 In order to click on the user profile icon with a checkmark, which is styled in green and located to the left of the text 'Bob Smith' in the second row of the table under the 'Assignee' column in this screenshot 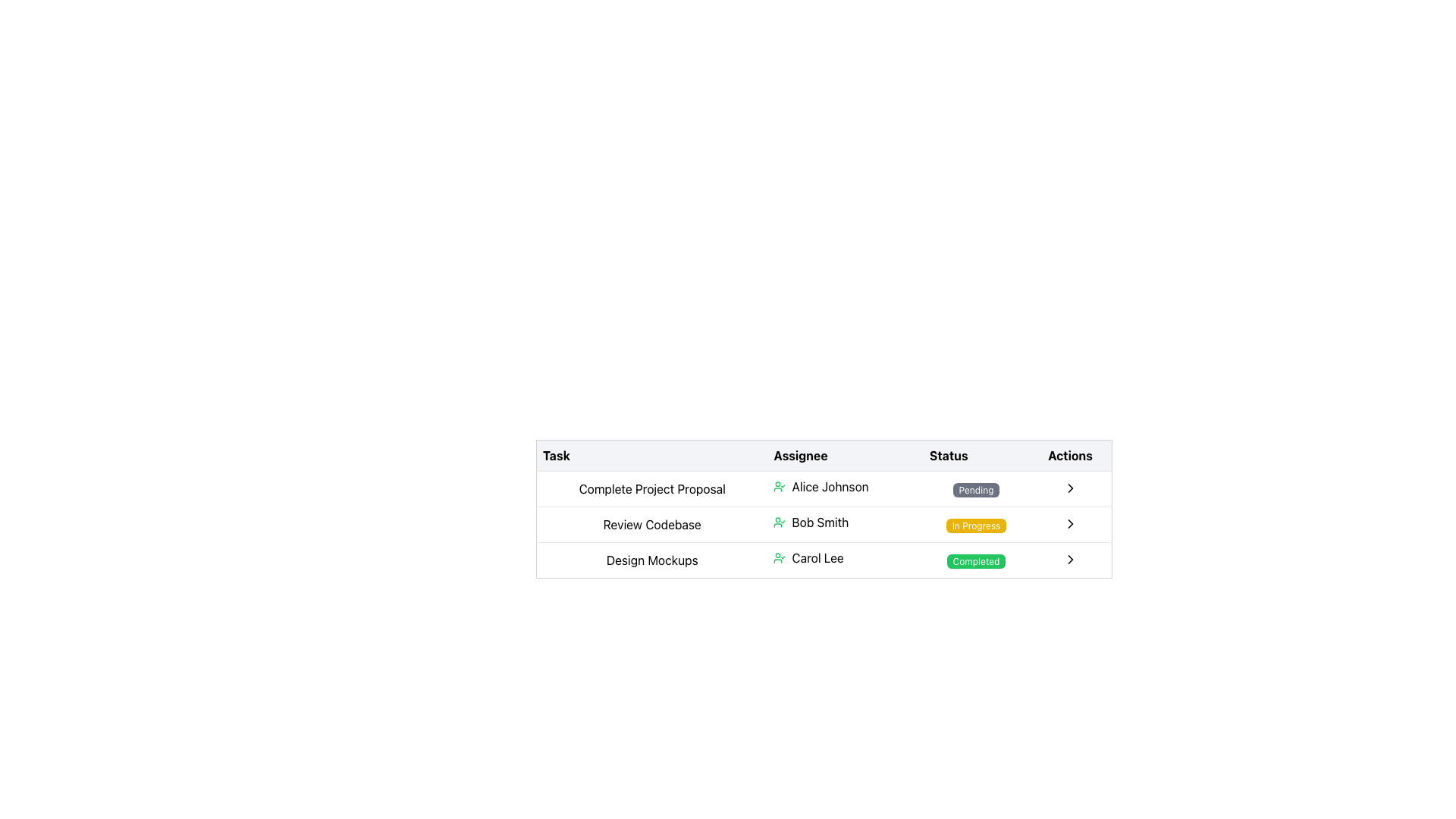, I will do `click(780, 522)`.